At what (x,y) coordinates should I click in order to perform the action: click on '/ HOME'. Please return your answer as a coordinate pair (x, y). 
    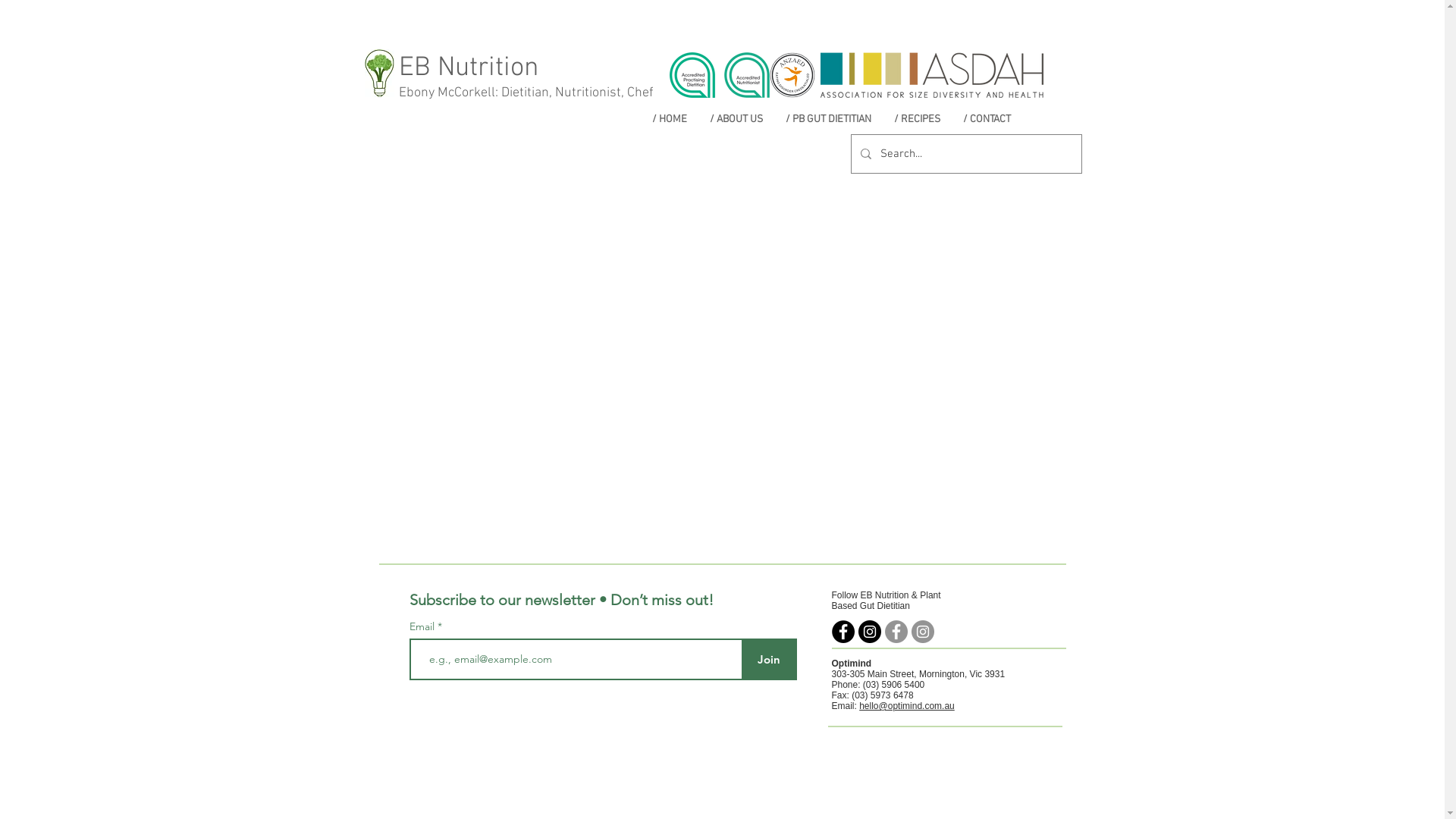
    Looking at the image, I should click on (668, 118).